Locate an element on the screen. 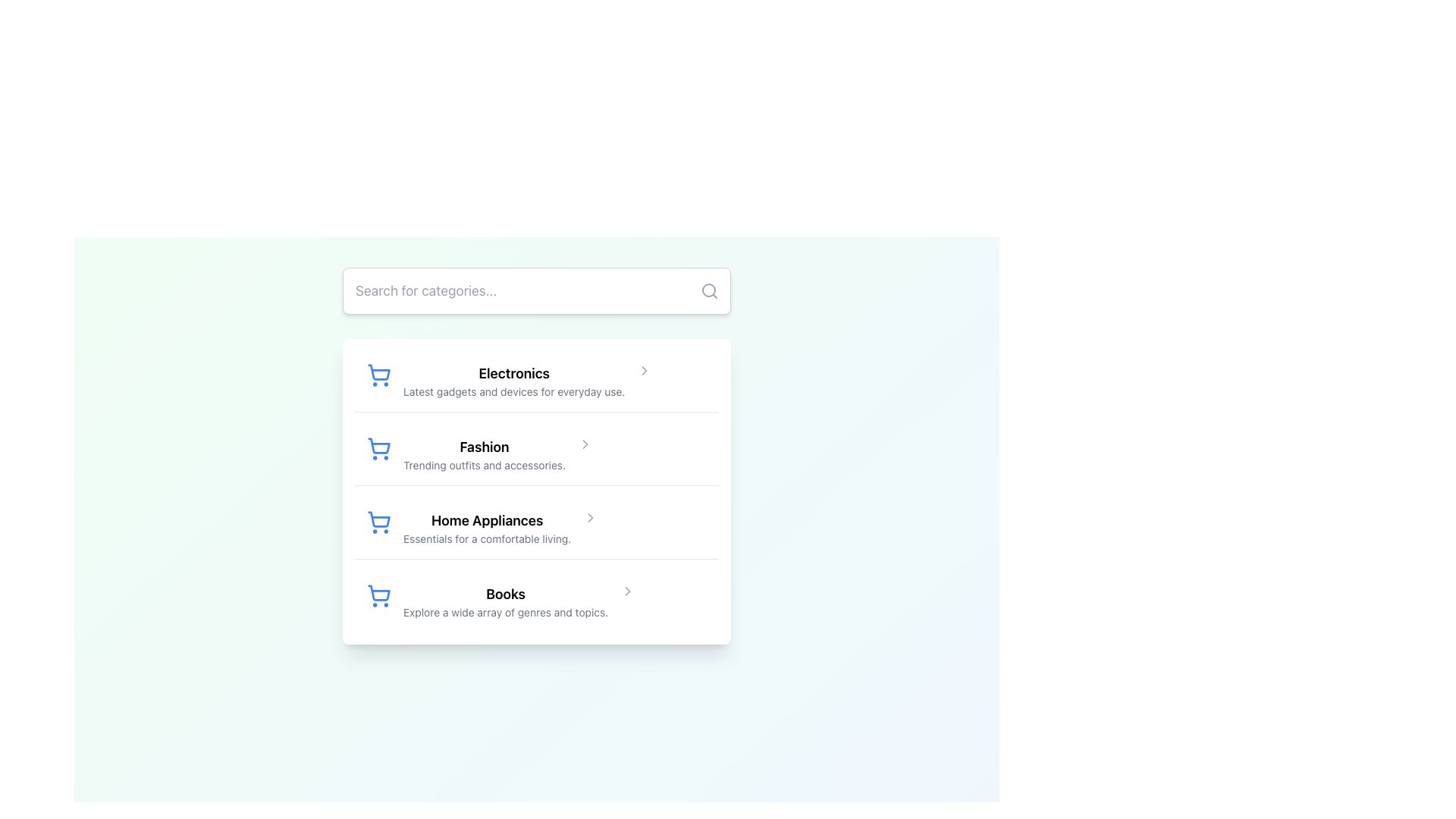 The width and height of the screenshot is (1456, 819). the Home Appliances category icon located on the left side of the list is located at coordinates (379, 519).